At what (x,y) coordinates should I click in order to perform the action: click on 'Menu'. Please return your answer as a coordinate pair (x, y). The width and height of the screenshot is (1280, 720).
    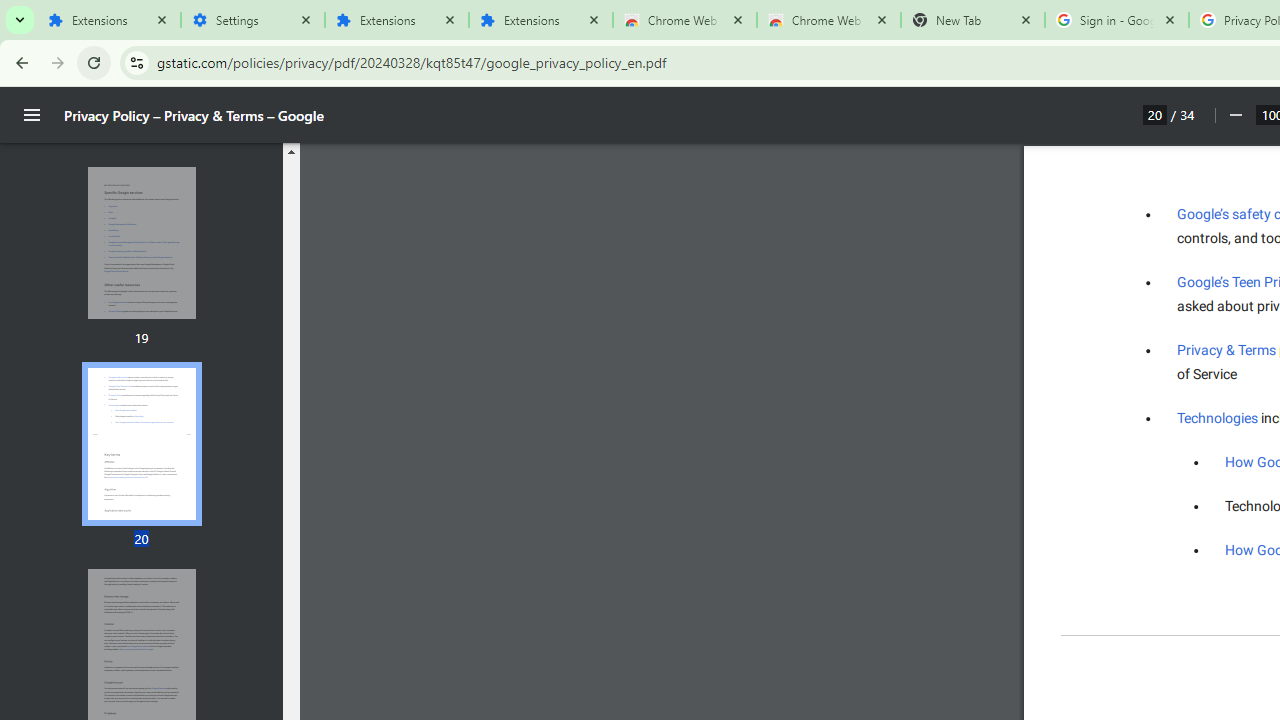
    Looking at the image, I should click on (32, 115).